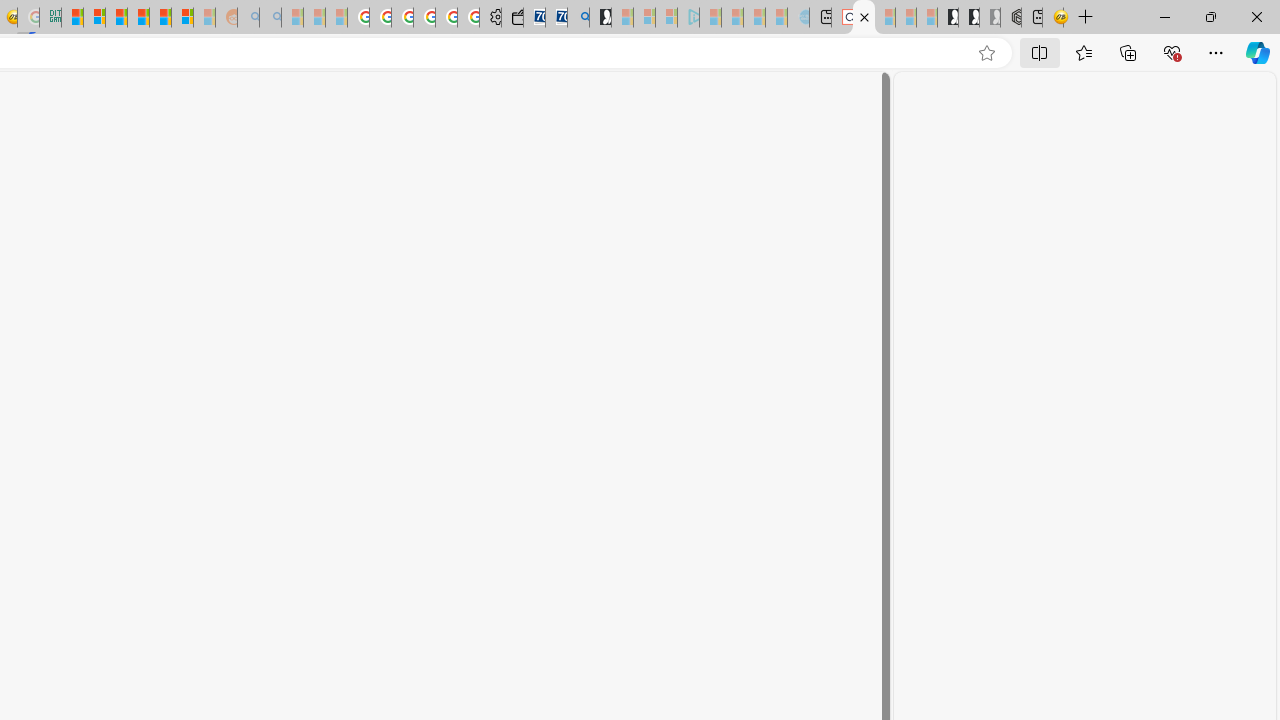 Image resolution: width=1280 pixels, height=720 pixels. I want to click on 'Wallet', so click(512, 17).